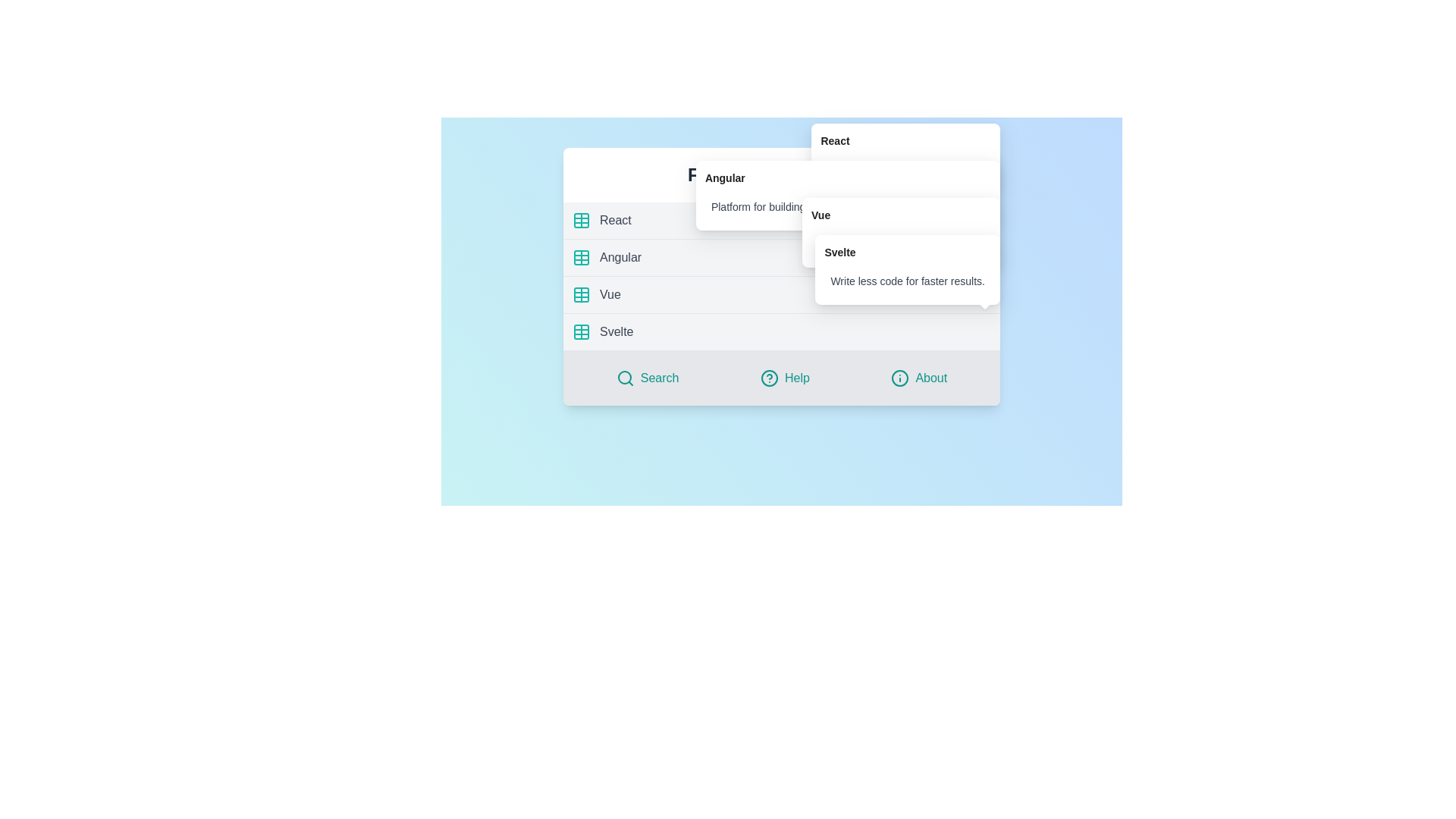  Describe the element at coordinates (581, 295) in the screenshot. I see `the icon located at the leftmost part of the line labeled 'Vue', which serves as a visual identifier for table or grid-related functionality` at that location.